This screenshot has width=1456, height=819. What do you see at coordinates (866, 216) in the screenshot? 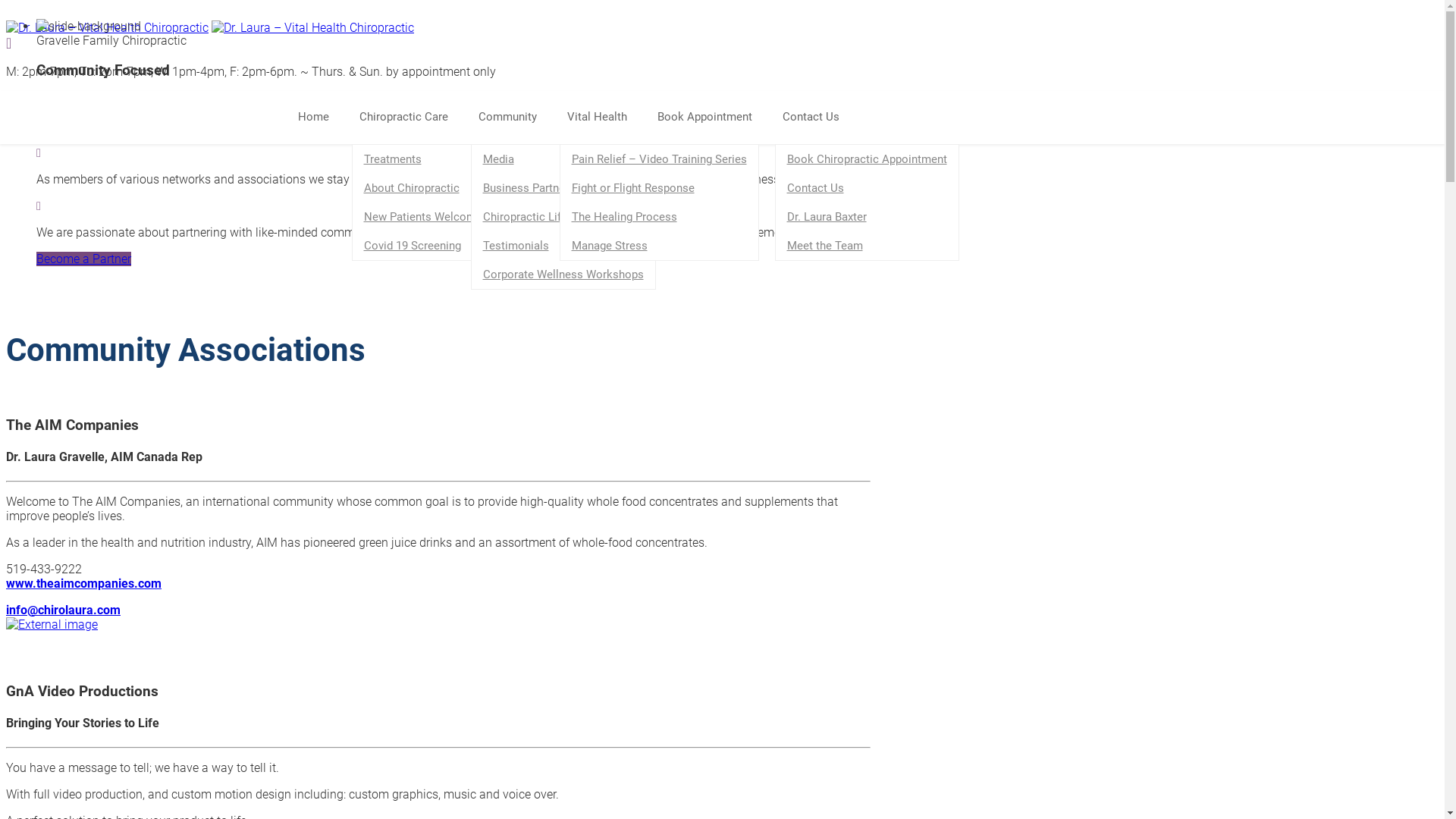
I see `'Dr. Laura Baxter'` at bounding box center [866, 216].